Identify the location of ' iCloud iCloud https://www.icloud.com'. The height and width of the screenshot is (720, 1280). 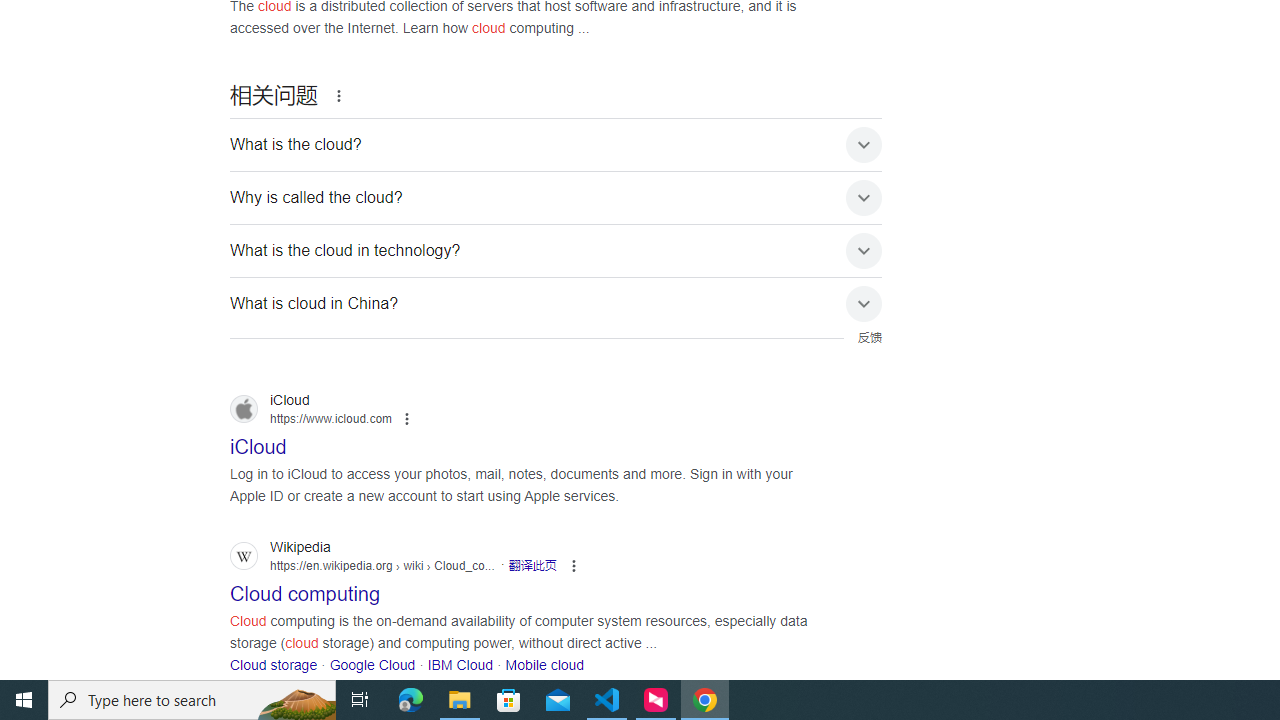
(257, 440).